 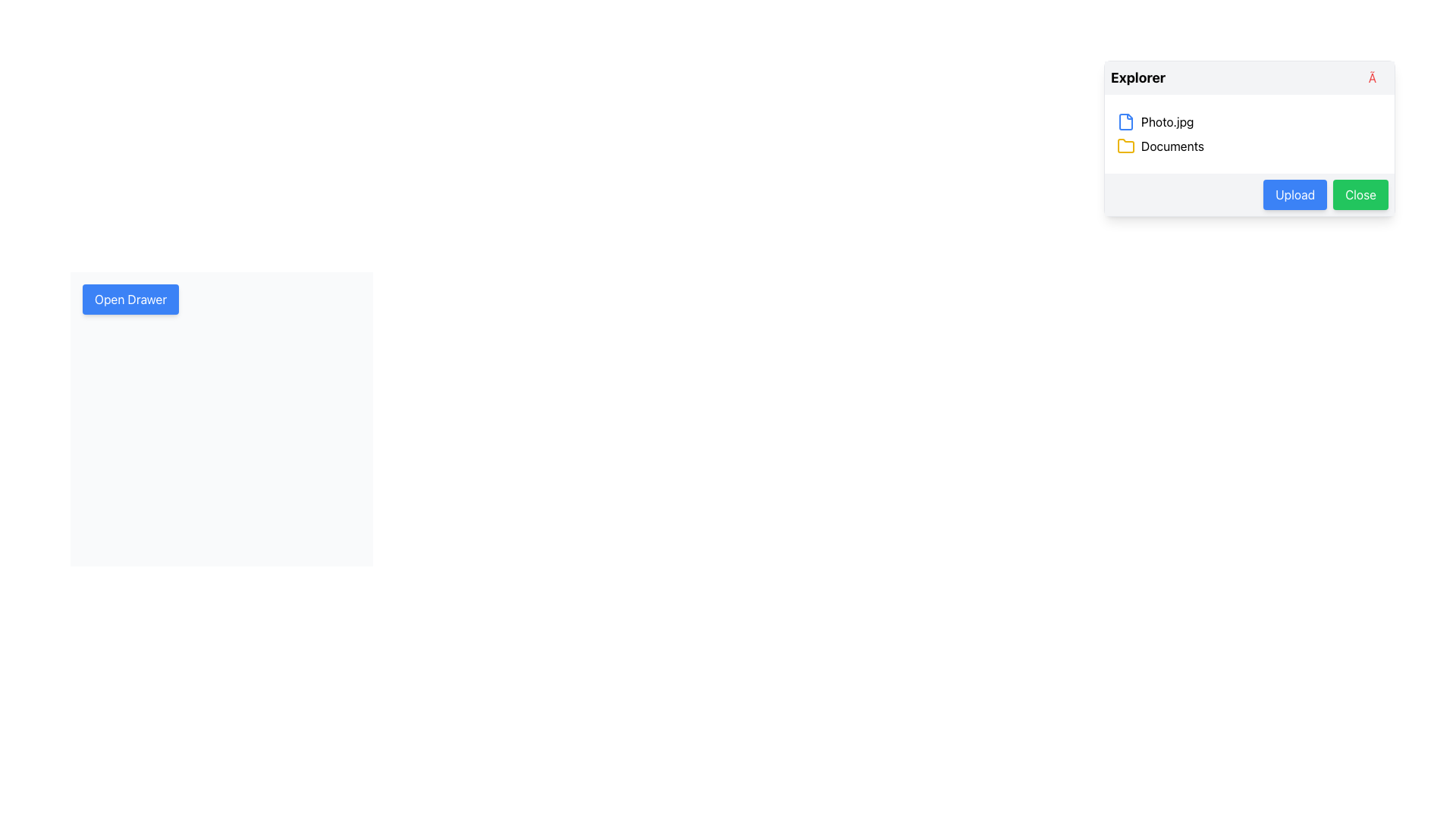 What do you see at coordinates (1125, 146) in the screenshot?
I see `the Documents folder icon, which is the leftmost of three components in a horizontal layout, located immediately to the left of the 'Documents' label` at bounding box center [1125, 146].